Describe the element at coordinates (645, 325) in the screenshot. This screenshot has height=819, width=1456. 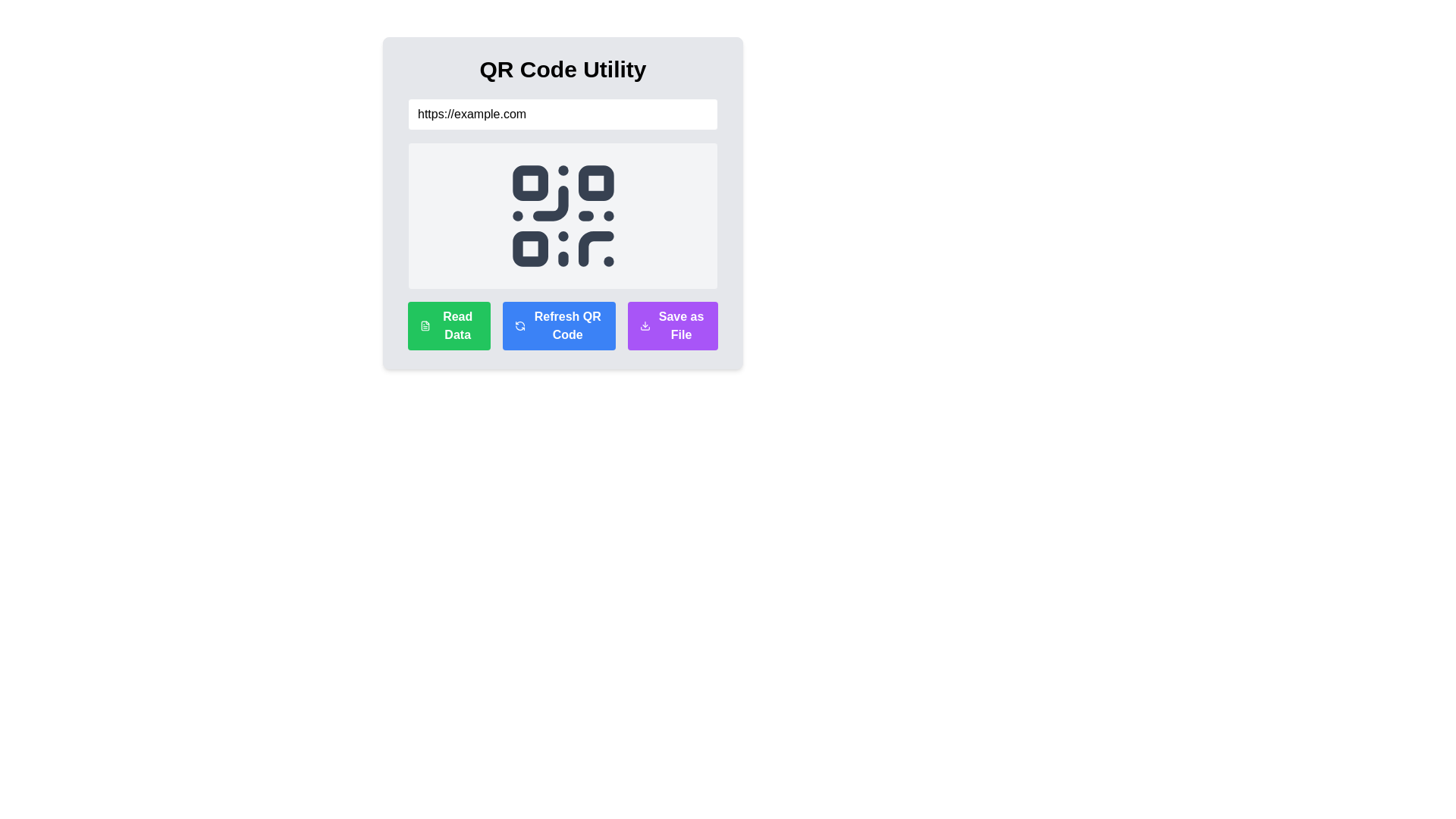
I see `the appearance of the download icon located to the left of the text in the 'Save as File' button, which is the rightmost button in a row of three buttons at the bottom of the interface` at that location.